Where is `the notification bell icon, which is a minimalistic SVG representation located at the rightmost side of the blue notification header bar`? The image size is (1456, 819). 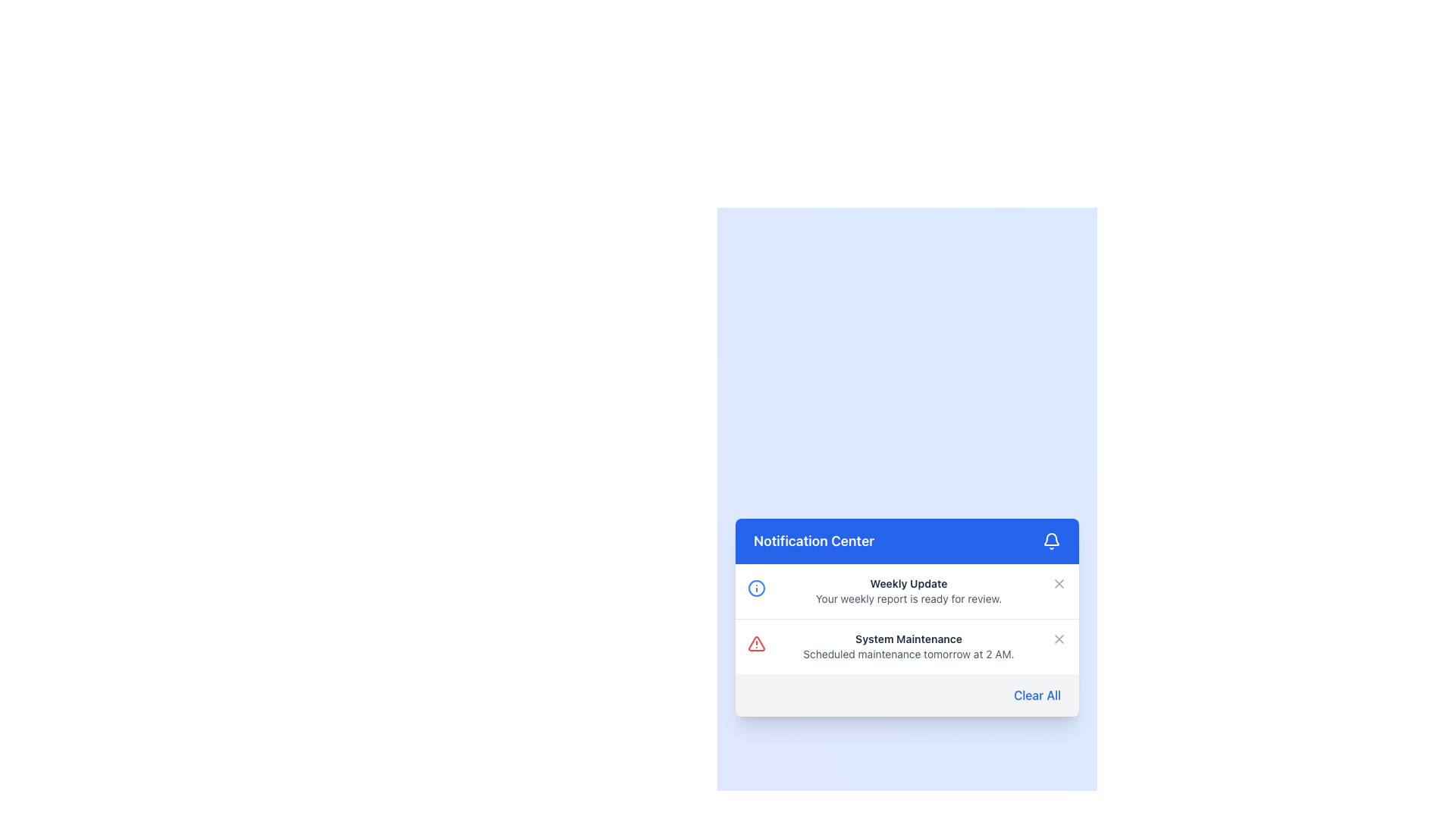
the notification bell icon, which is a minimalistic SVG representation located at the rightmost side of the blue notification header bar is located at coordinates (1051, 540).